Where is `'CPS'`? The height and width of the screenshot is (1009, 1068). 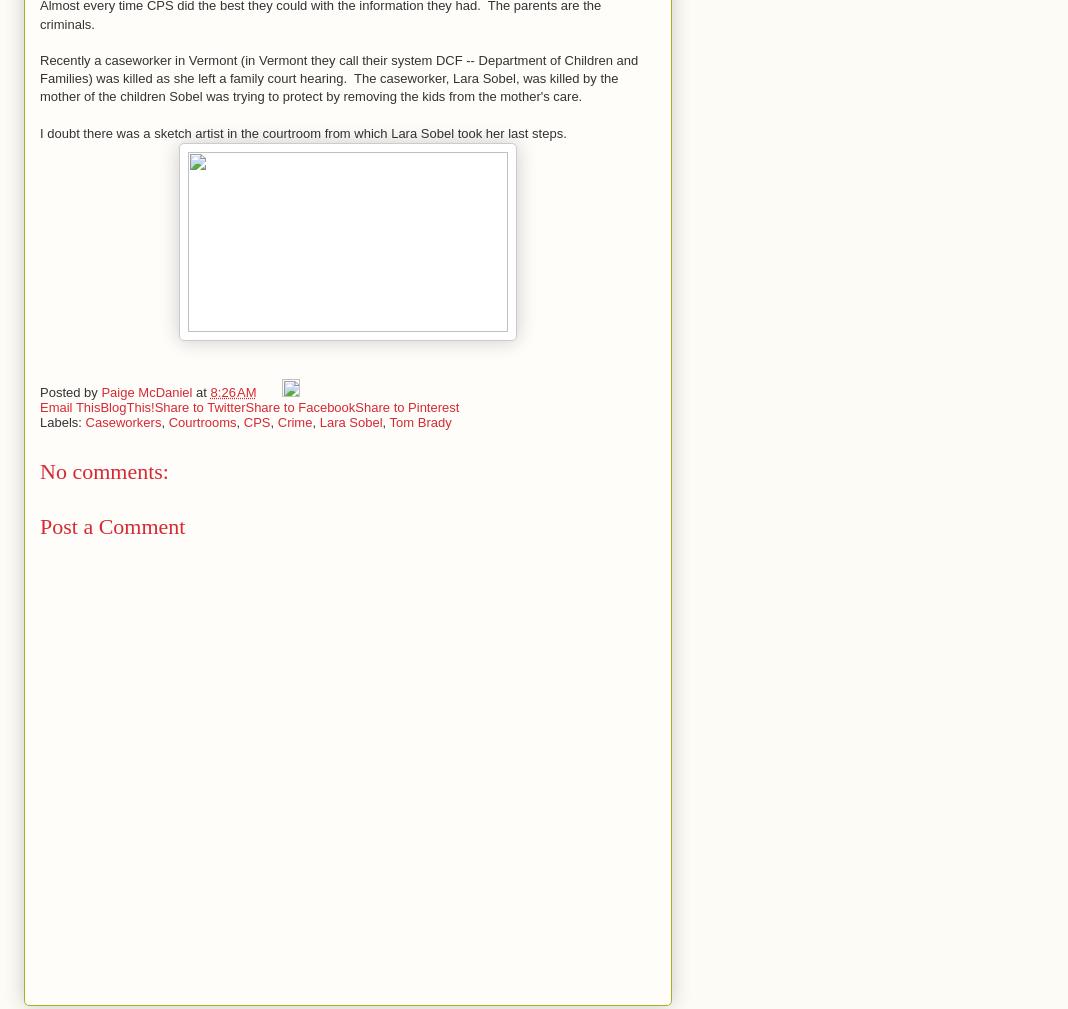
'CPS' is located at coordinates (256, 420).